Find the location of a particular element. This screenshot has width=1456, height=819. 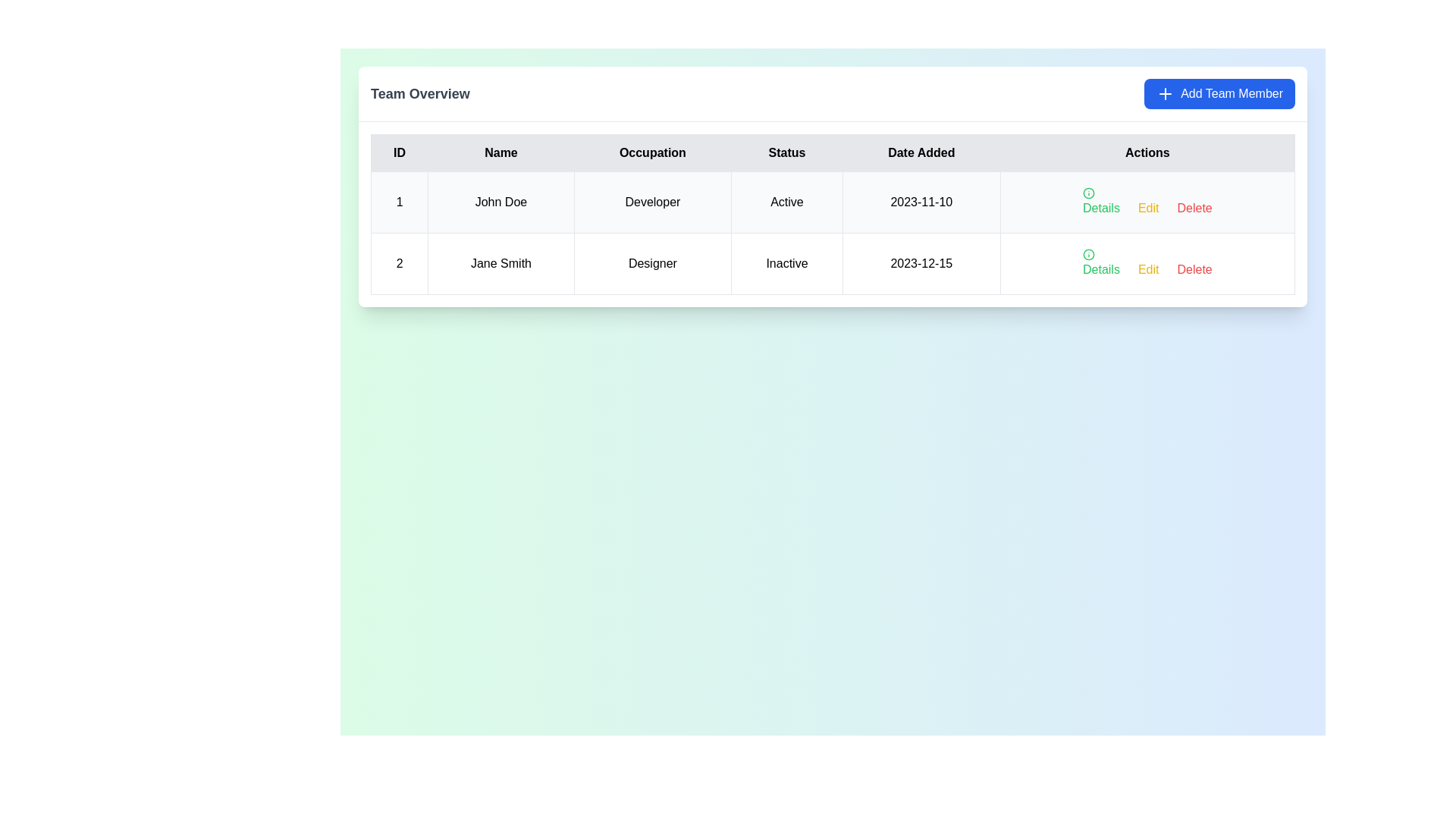

the third column header cell in the table, which labels the occupation of listed individuals, positioned between the 'Name' and 'Status' headers under the 'Team Overview' title is located at coordinates (652, 152).